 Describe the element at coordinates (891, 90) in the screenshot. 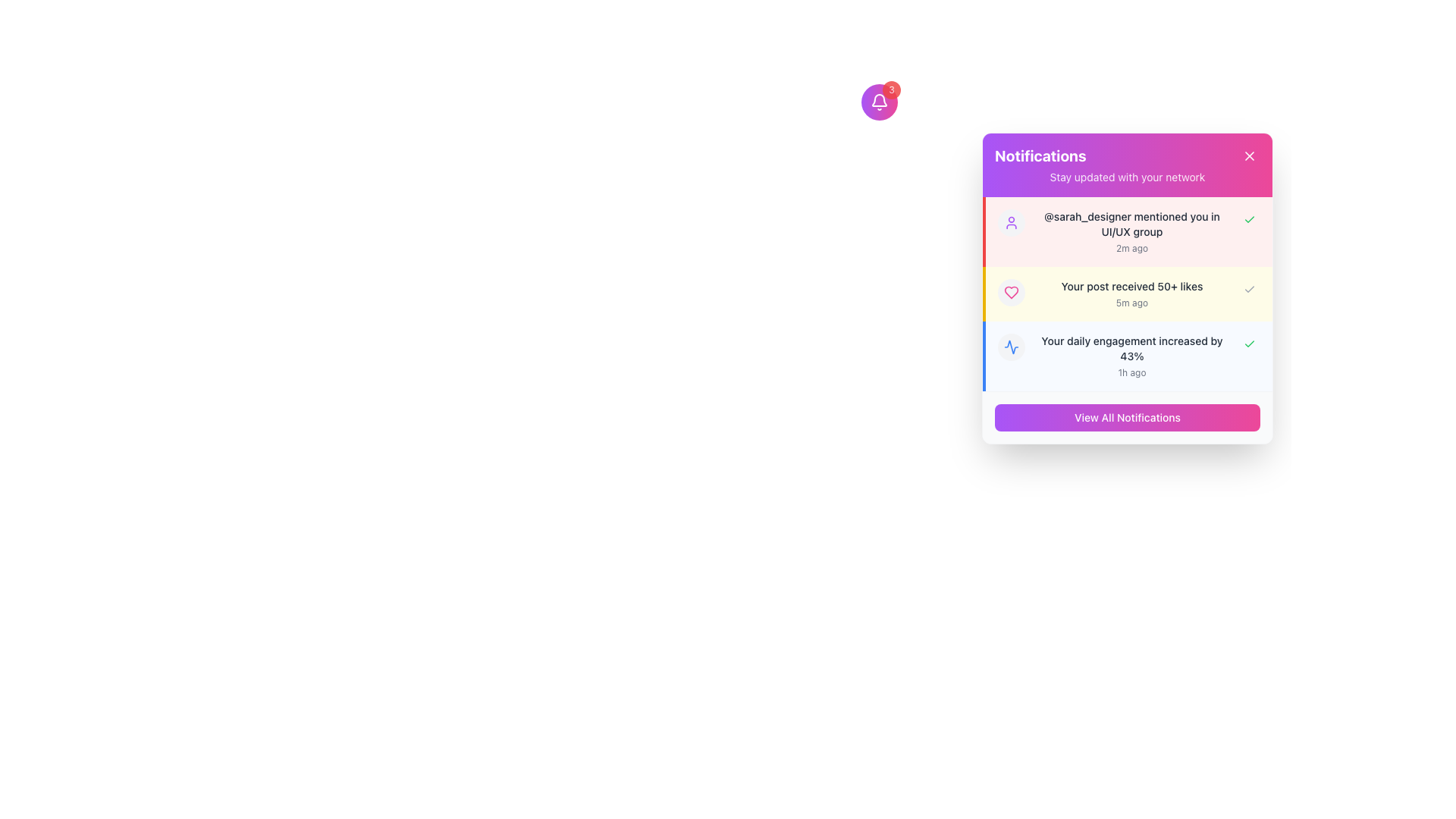

I see `the notification count displayed on the small circular badge with a vibrant red background and the number '3', which is positioned at the top-right corner of the purple circular button with a white bell icon` at that location.